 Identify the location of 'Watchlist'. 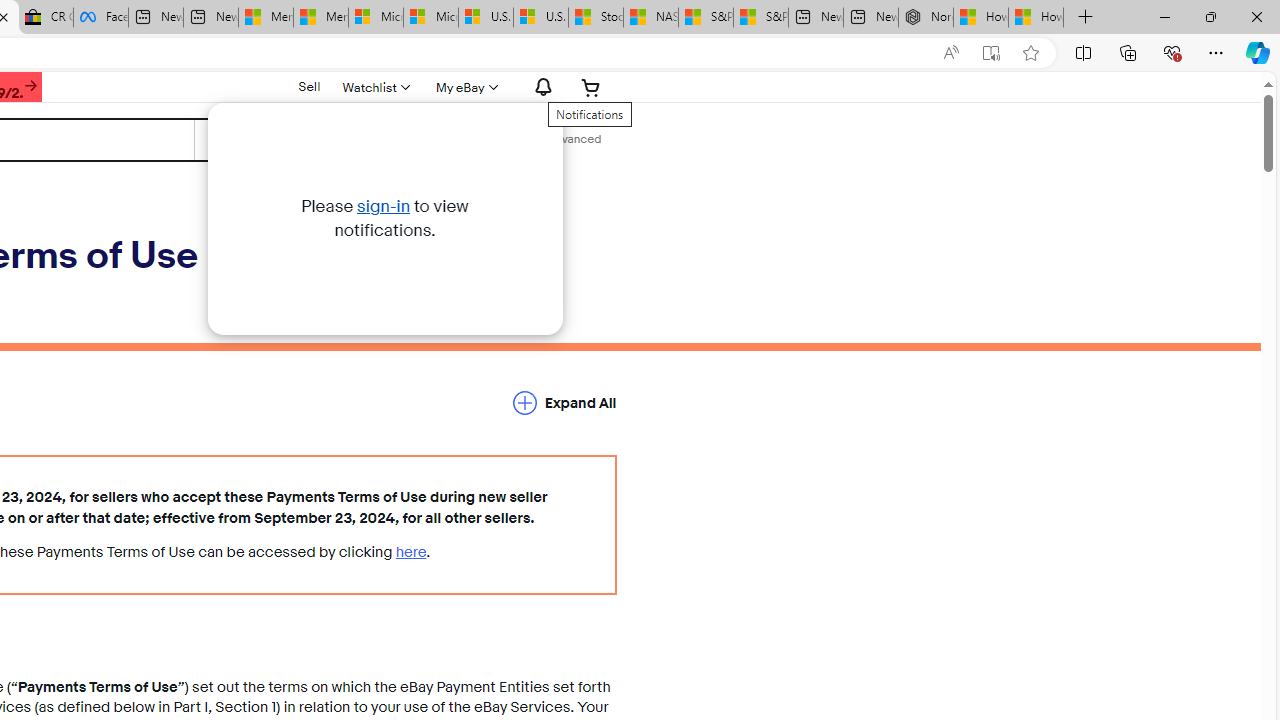
(375, 86).